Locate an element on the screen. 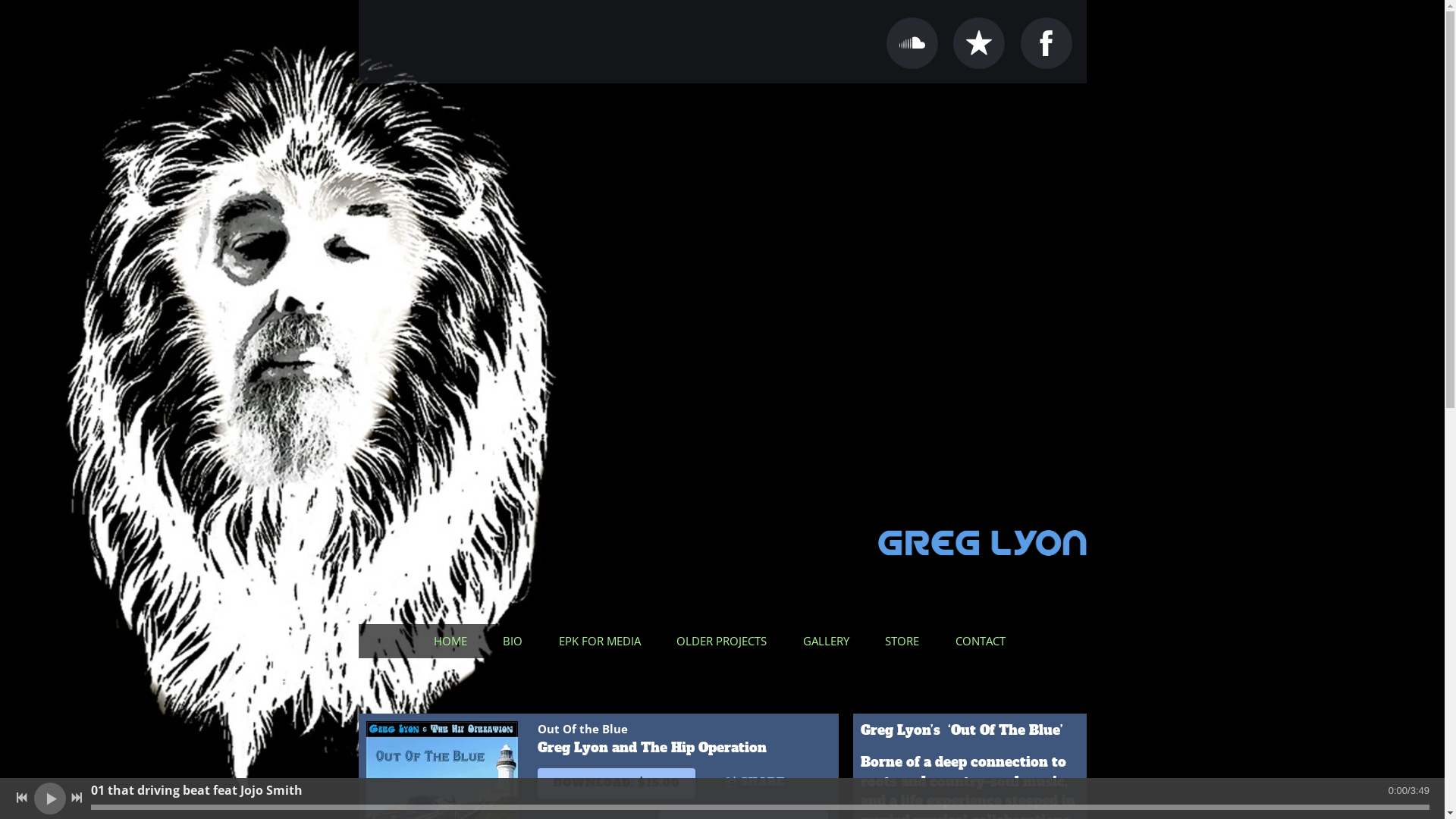 The height and width of the screenshot is (819, 1456). 'DOWNLOAD: $15.00' is located at coordinates (615, 783).